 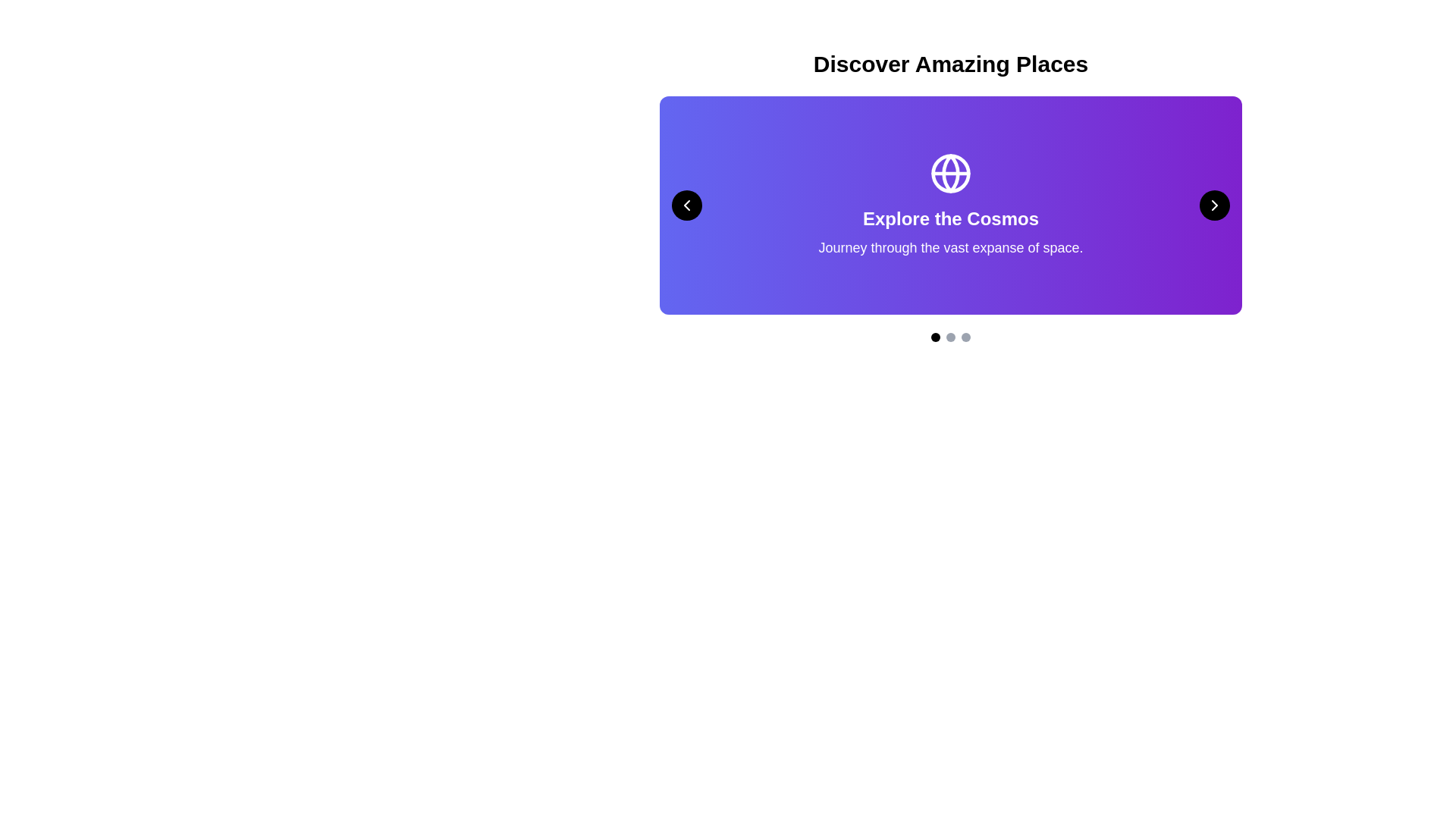 I want to click on the circular button with a black background and a white rightward arrow icon, located on the right side of the carousel, and activate it, so click(x=1215, y=205).